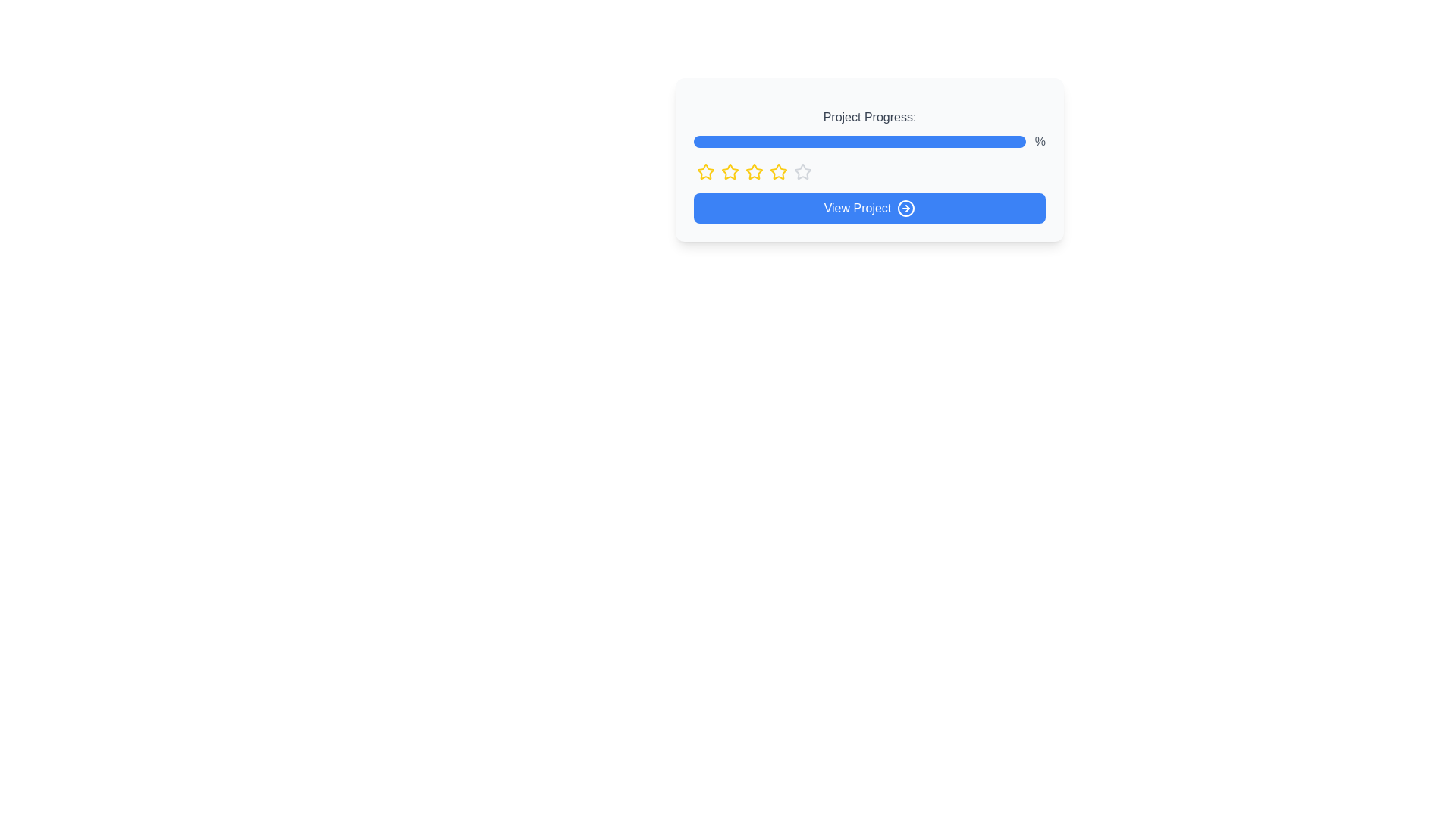 The image size is (1456, 819). Describe the element at coordinates (886, 141) in the screenshot. I see `progress` at that location.